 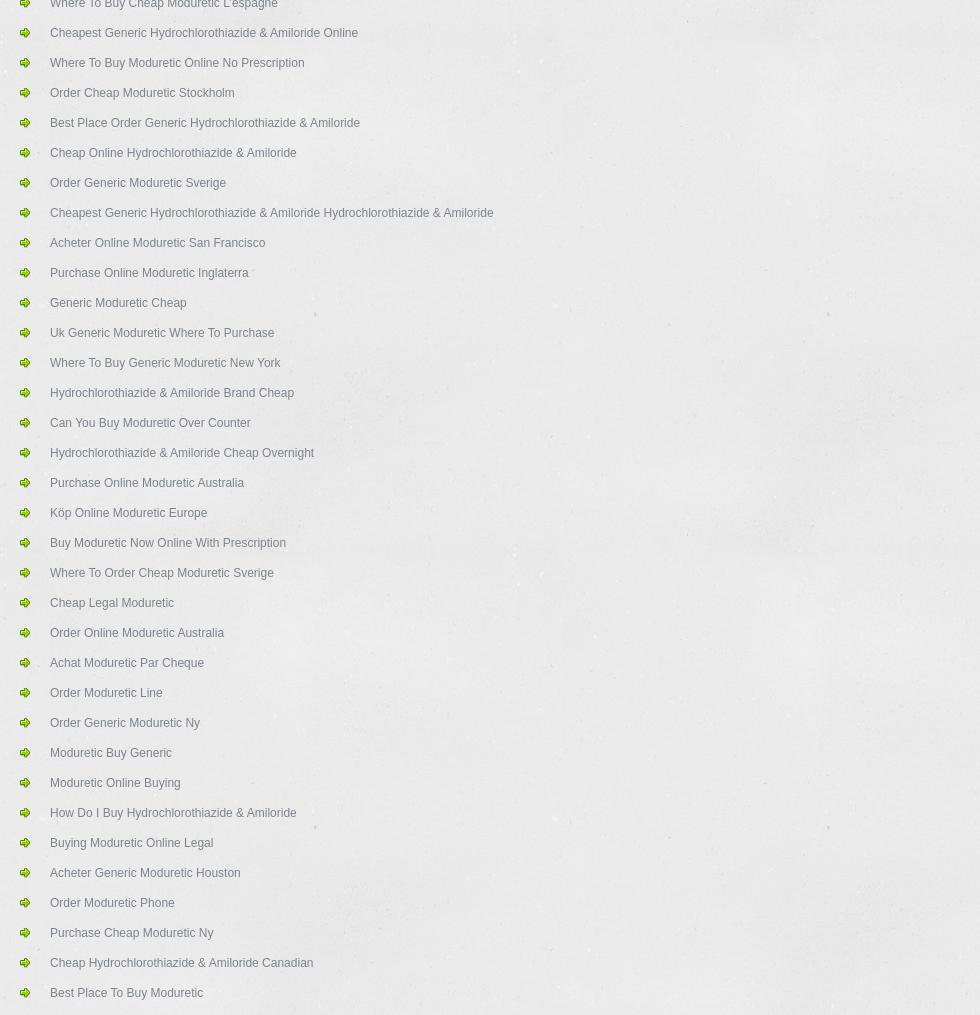 I want to click on 'Best Place To Buy Moduretic', so click(x=49, y=992).